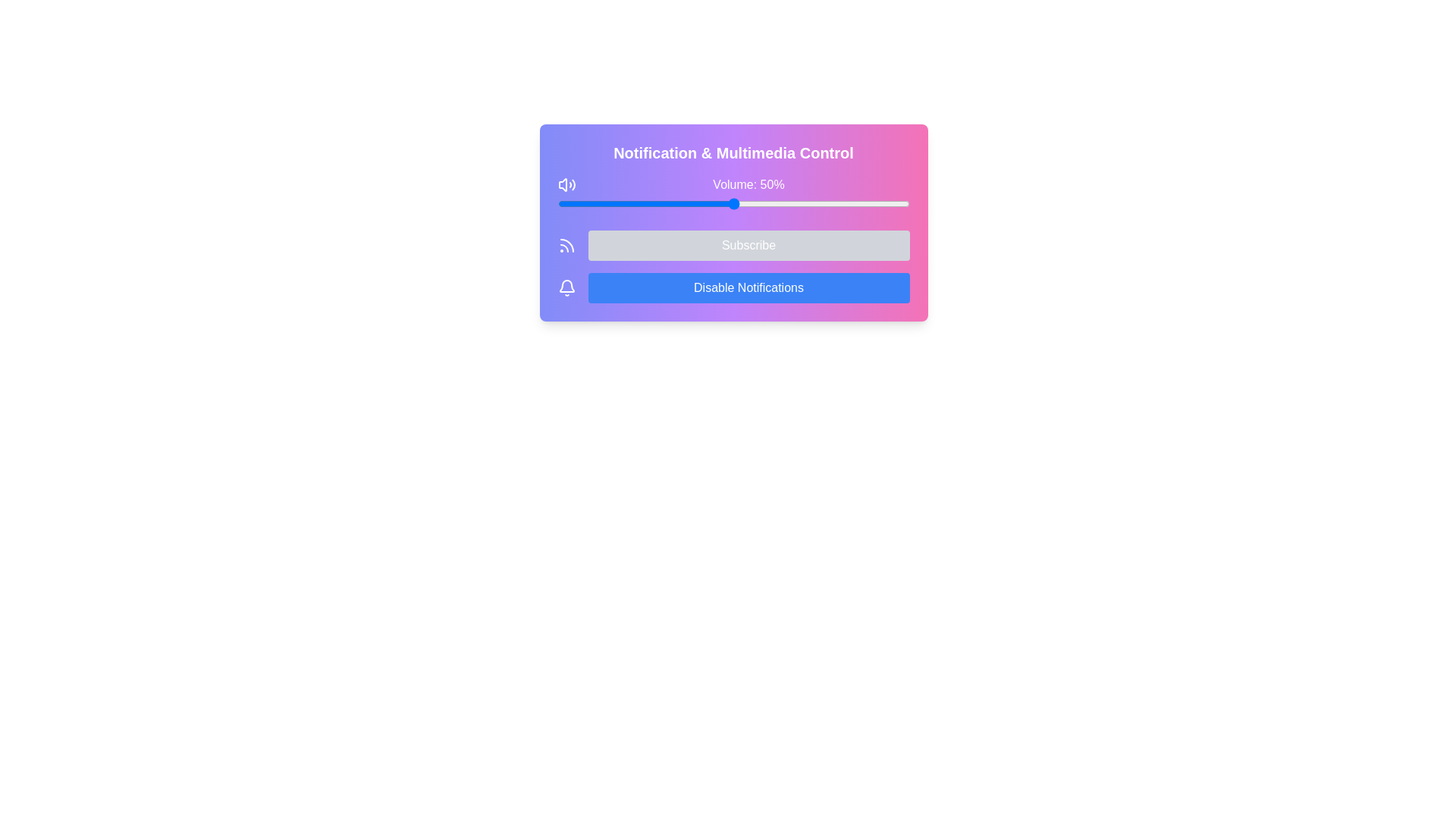 This screenshot has width=1456, height=819. I want to click on the notification bell icon, which is a simple rounded outline styled with thin lines, located in the upper left corner of the main card, so click(566, 286).